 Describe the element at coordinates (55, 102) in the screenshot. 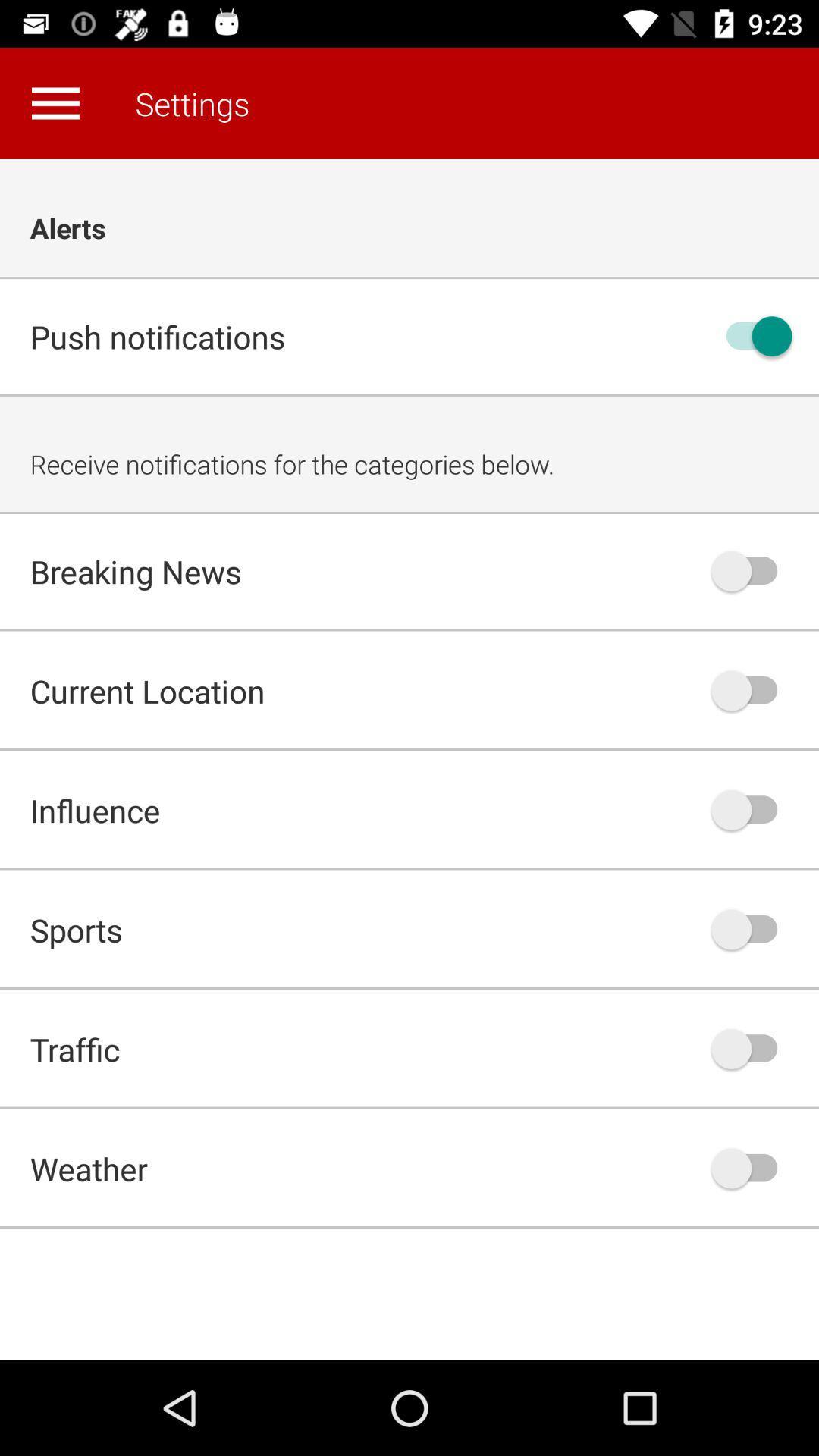

I see `show more app options` at that location.